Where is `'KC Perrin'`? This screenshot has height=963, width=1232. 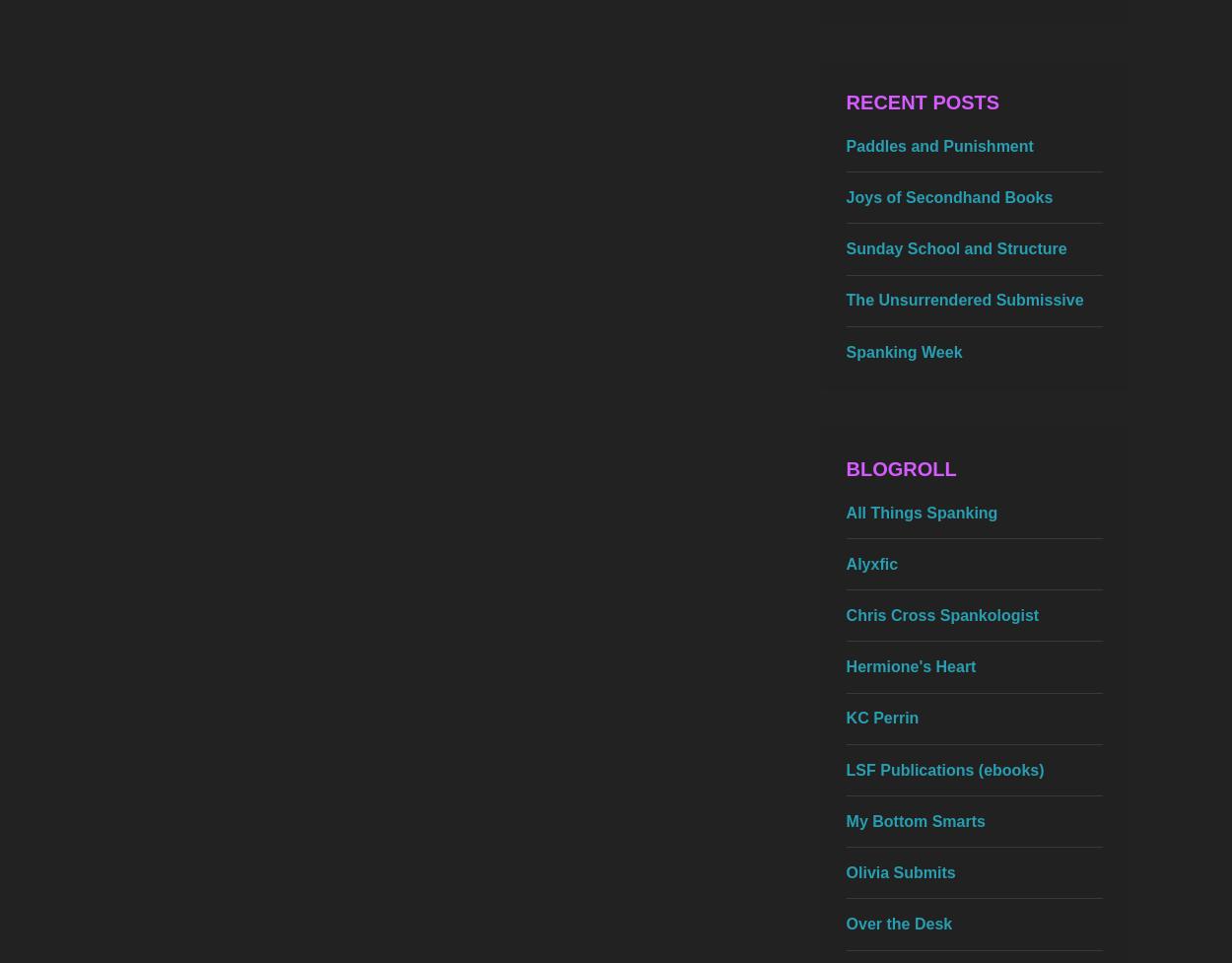 'KC Perrin' is located at coordinates (882, 718).